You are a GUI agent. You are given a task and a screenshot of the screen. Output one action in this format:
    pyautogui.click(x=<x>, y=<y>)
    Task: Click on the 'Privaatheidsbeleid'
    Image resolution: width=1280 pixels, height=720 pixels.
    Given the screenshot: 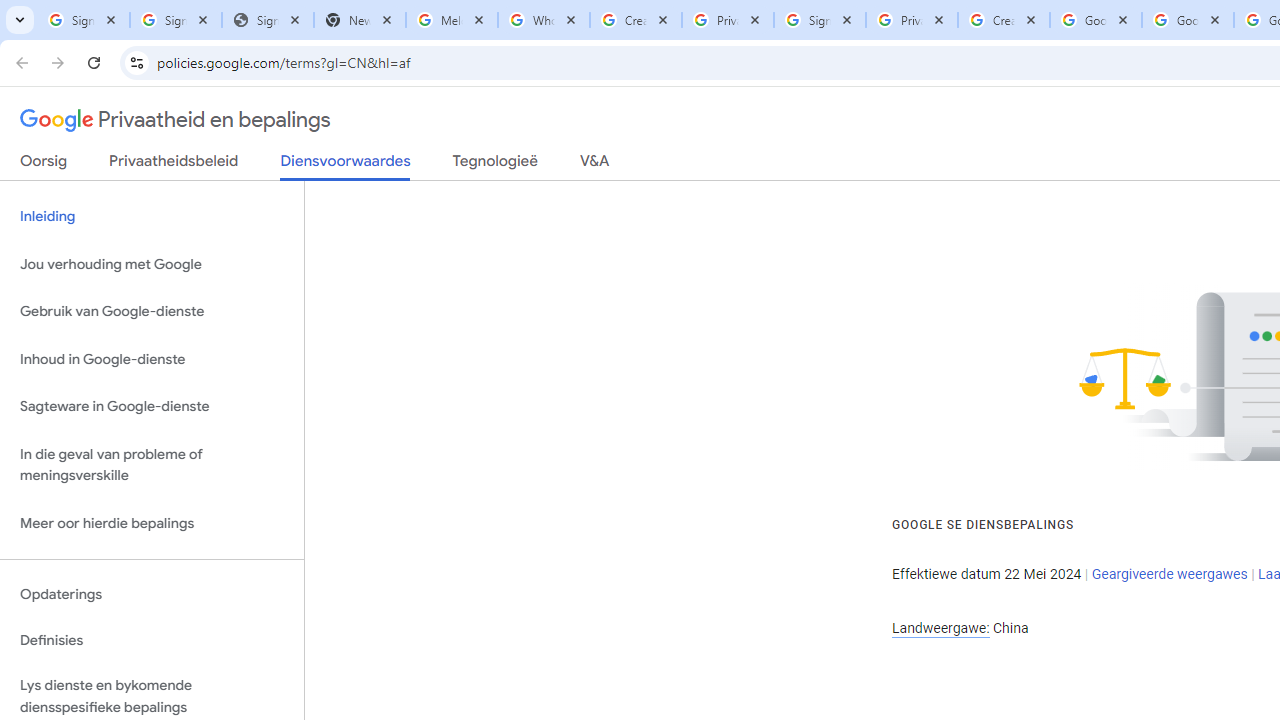 What is the action you would take?
    pyautogui.click(x=174, y=164)
    